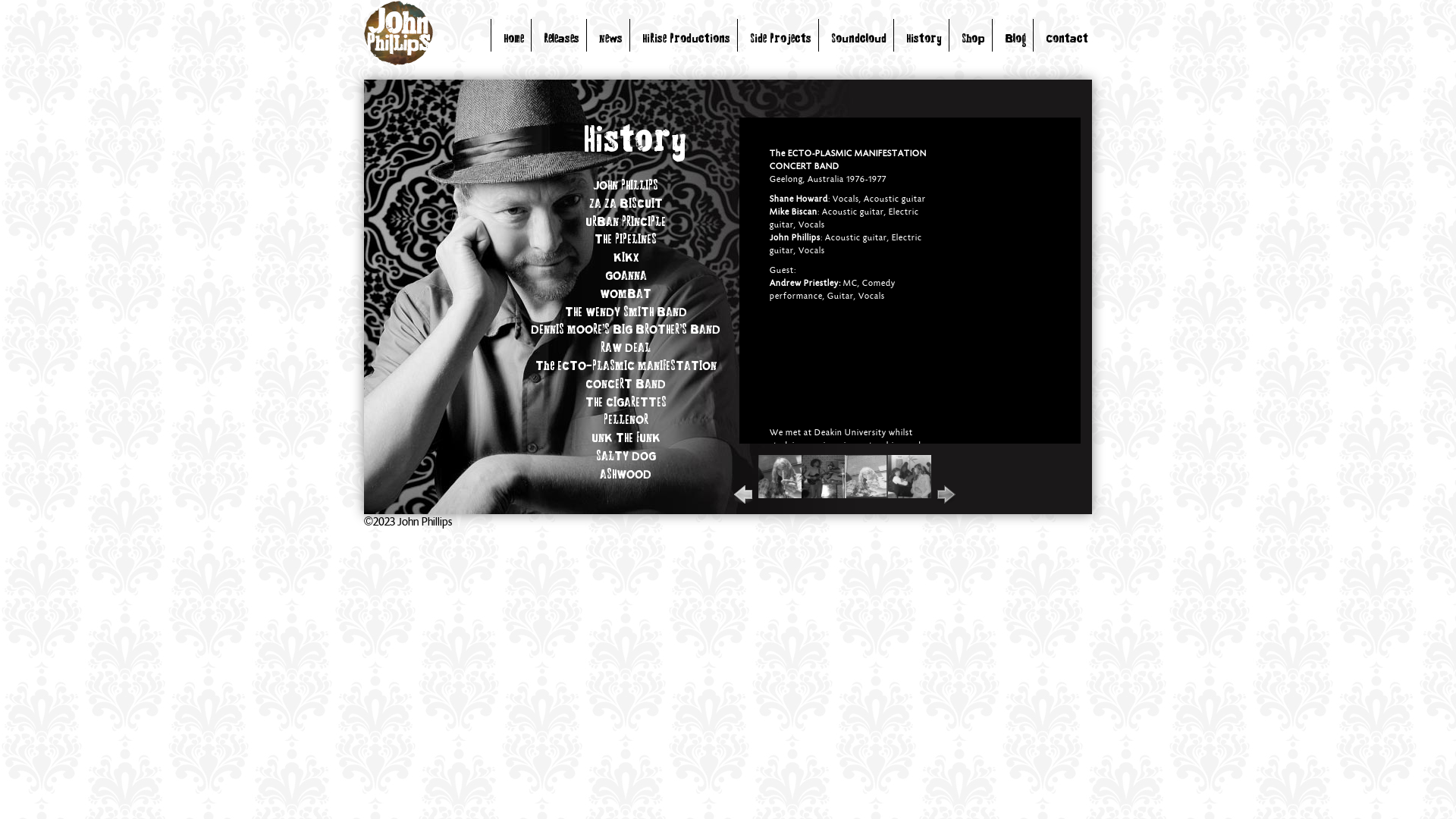 The height and width of the screenshot is (819, 1456). What do you see at coordinates (626, 403) in the screenshot?
I see `'THE CIGARETTES'` at bounding box center [626, 403].